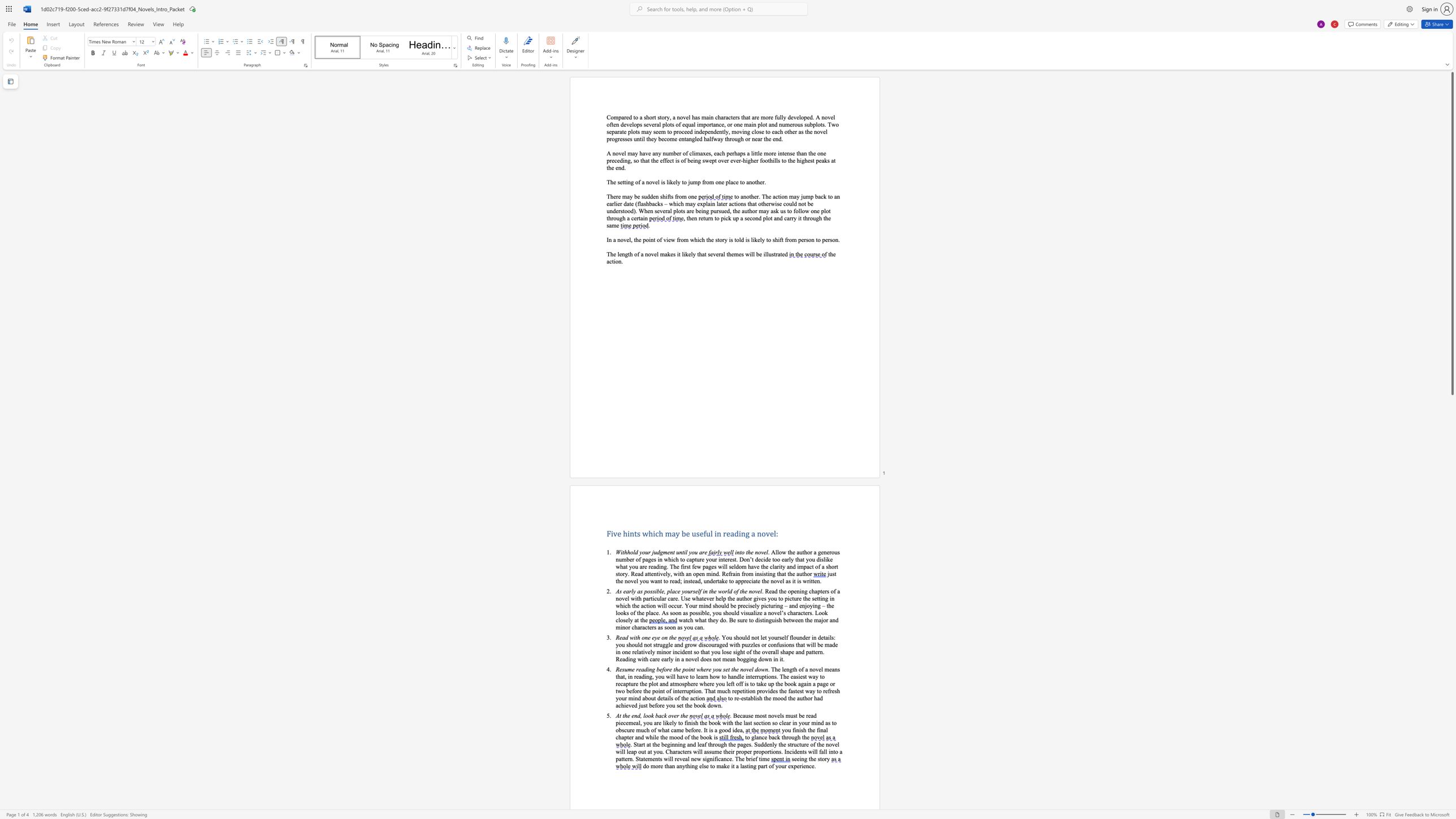  What do you see at coordinates (778, 751) in the screenshot?
I see `the space between the continuous character "n" and "s" in the text` at bounding box center [778, 751].